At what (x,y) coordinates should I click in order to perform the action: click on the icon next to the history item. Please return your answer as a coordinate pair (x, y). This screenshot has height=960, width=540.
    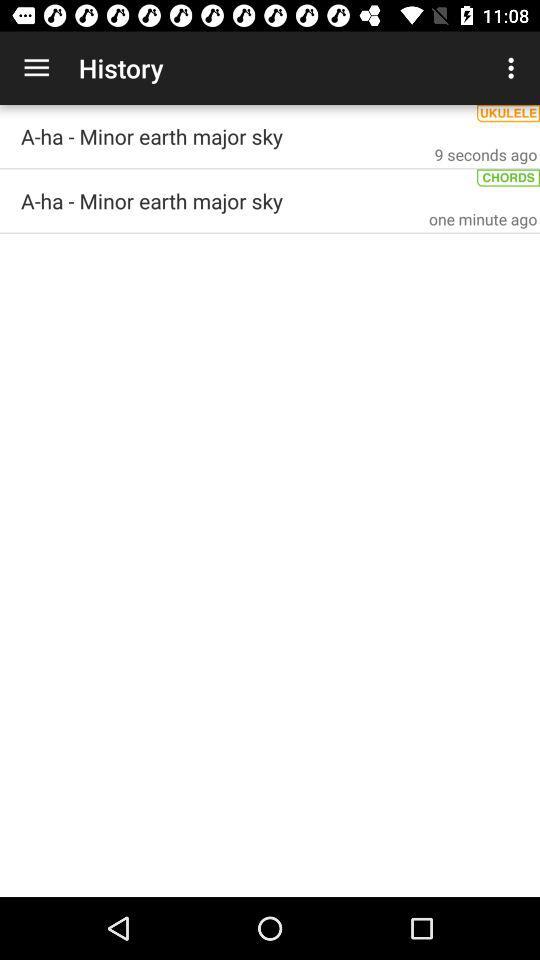
    Looking at the image, I should click on (513, 68).